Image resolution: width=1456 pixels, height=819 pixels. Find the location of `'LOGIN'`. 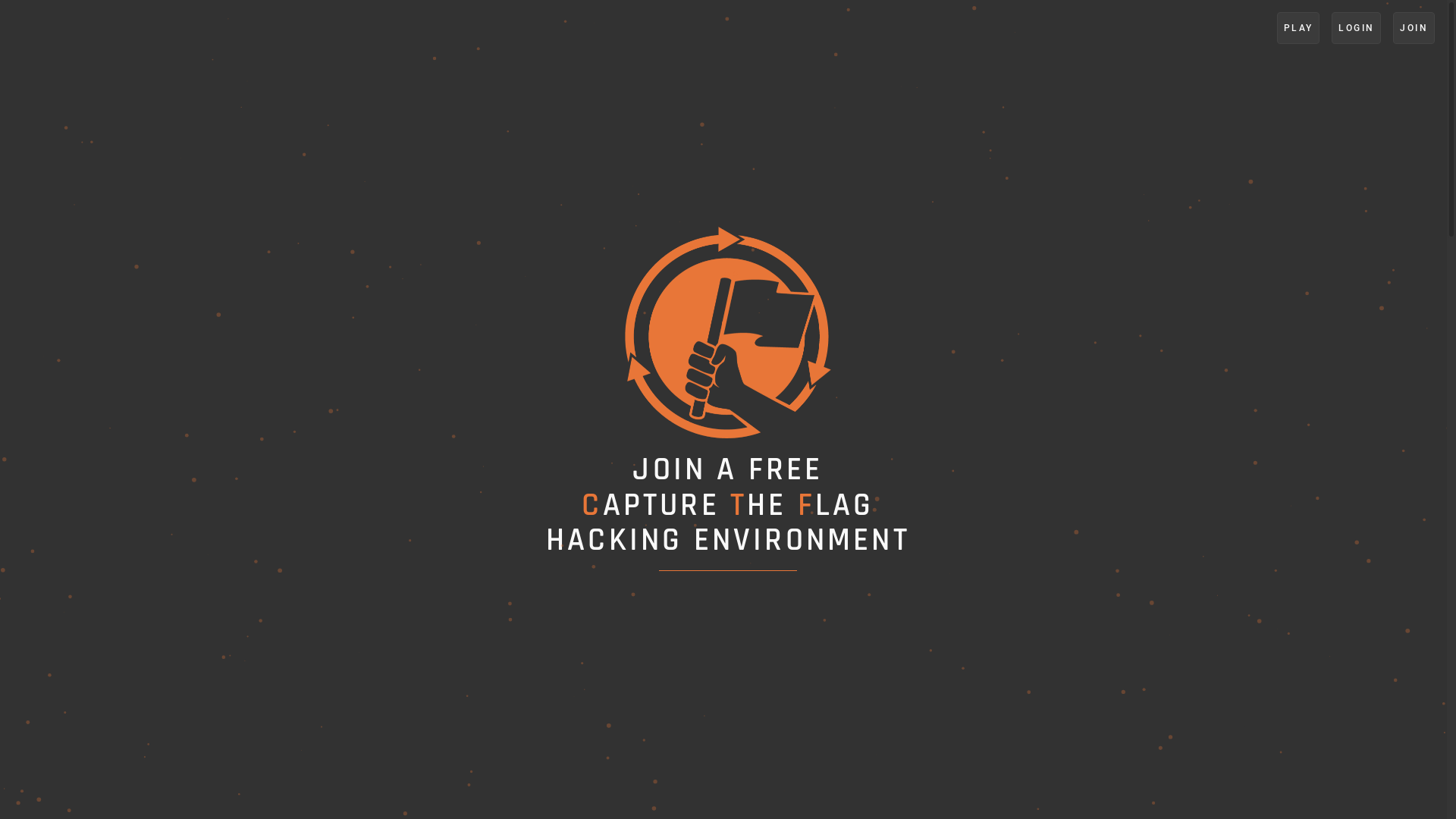

'LOGIN' is located at coordinates (1356, 28).